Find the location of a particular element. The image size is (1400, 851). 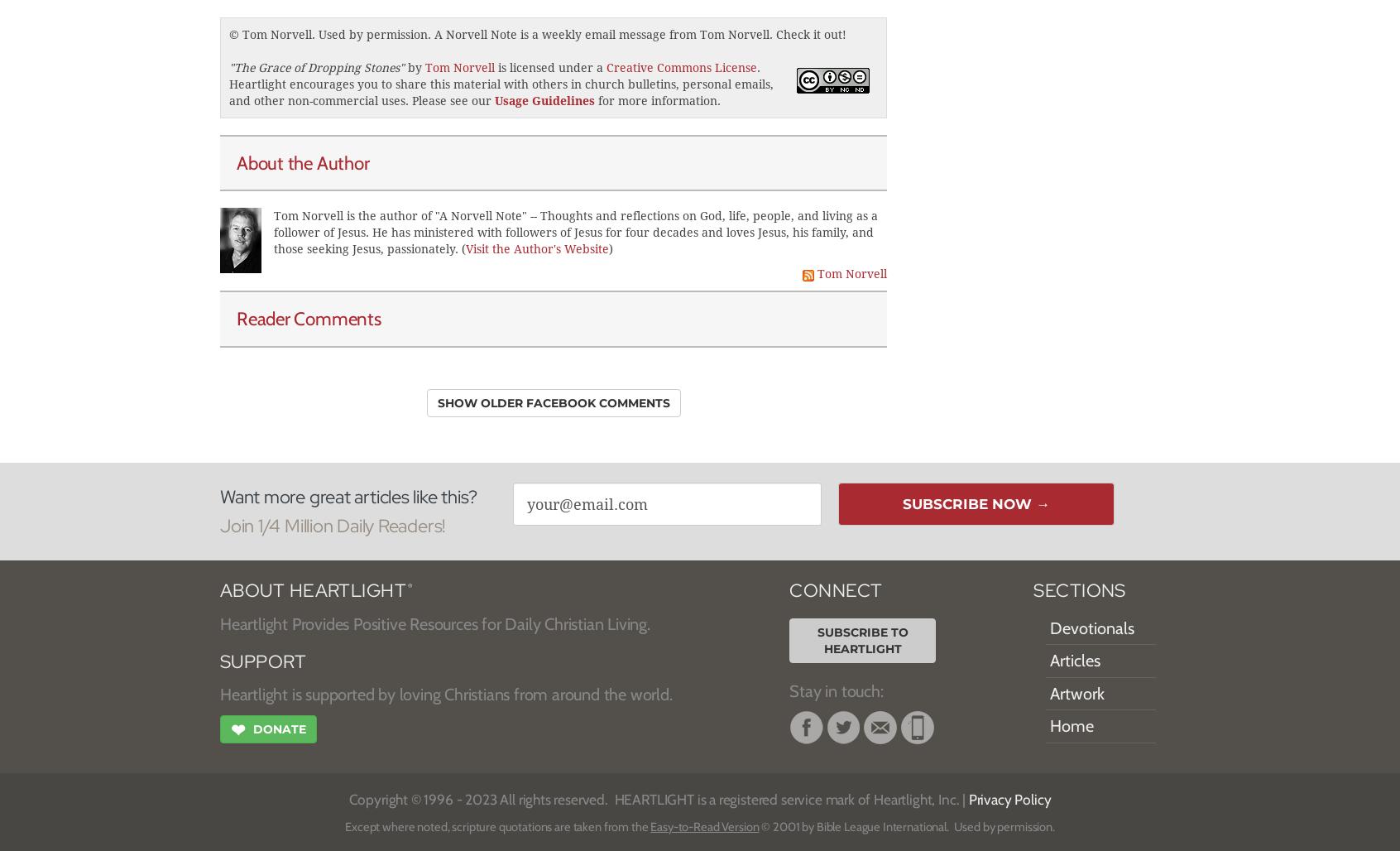

'Except where noted, scripture quotations are taken from the' is located at coordinates (496, 825).